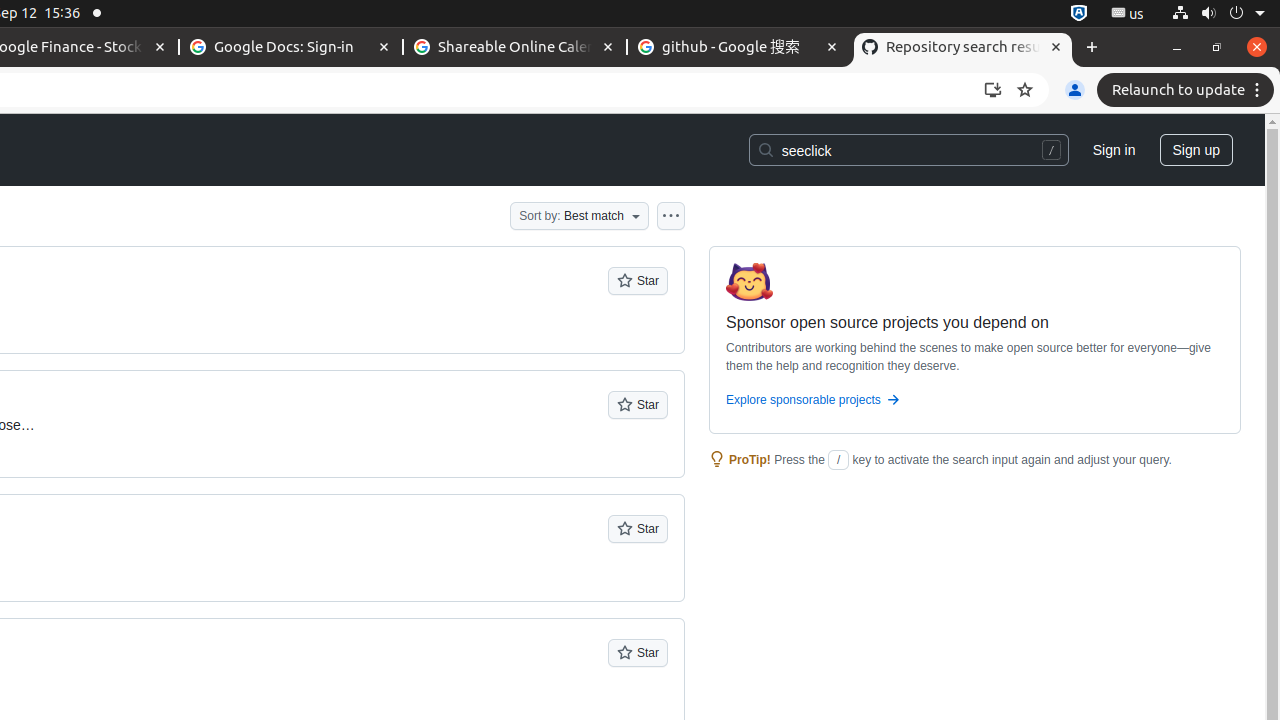 The height and width of the screenshot is (720, 1280). Describe the element at coordinates (1188, 90) in the screenshot. I see `'Relaunch to update'` at that location.